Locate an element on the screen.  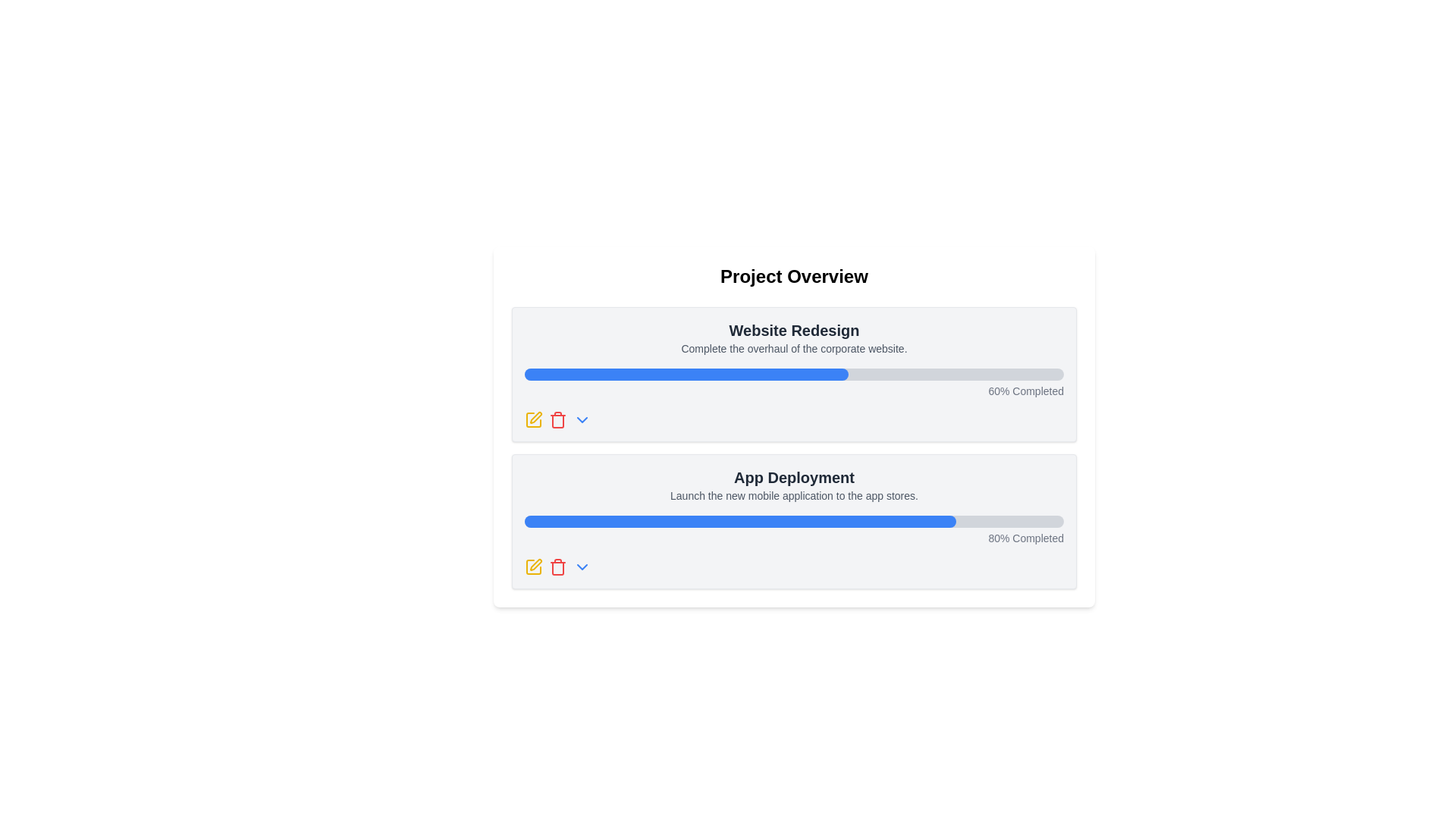
the yellow pen icon button located in the action panel for the 'Website Redesign' task section is located at coordinates (534, 420).